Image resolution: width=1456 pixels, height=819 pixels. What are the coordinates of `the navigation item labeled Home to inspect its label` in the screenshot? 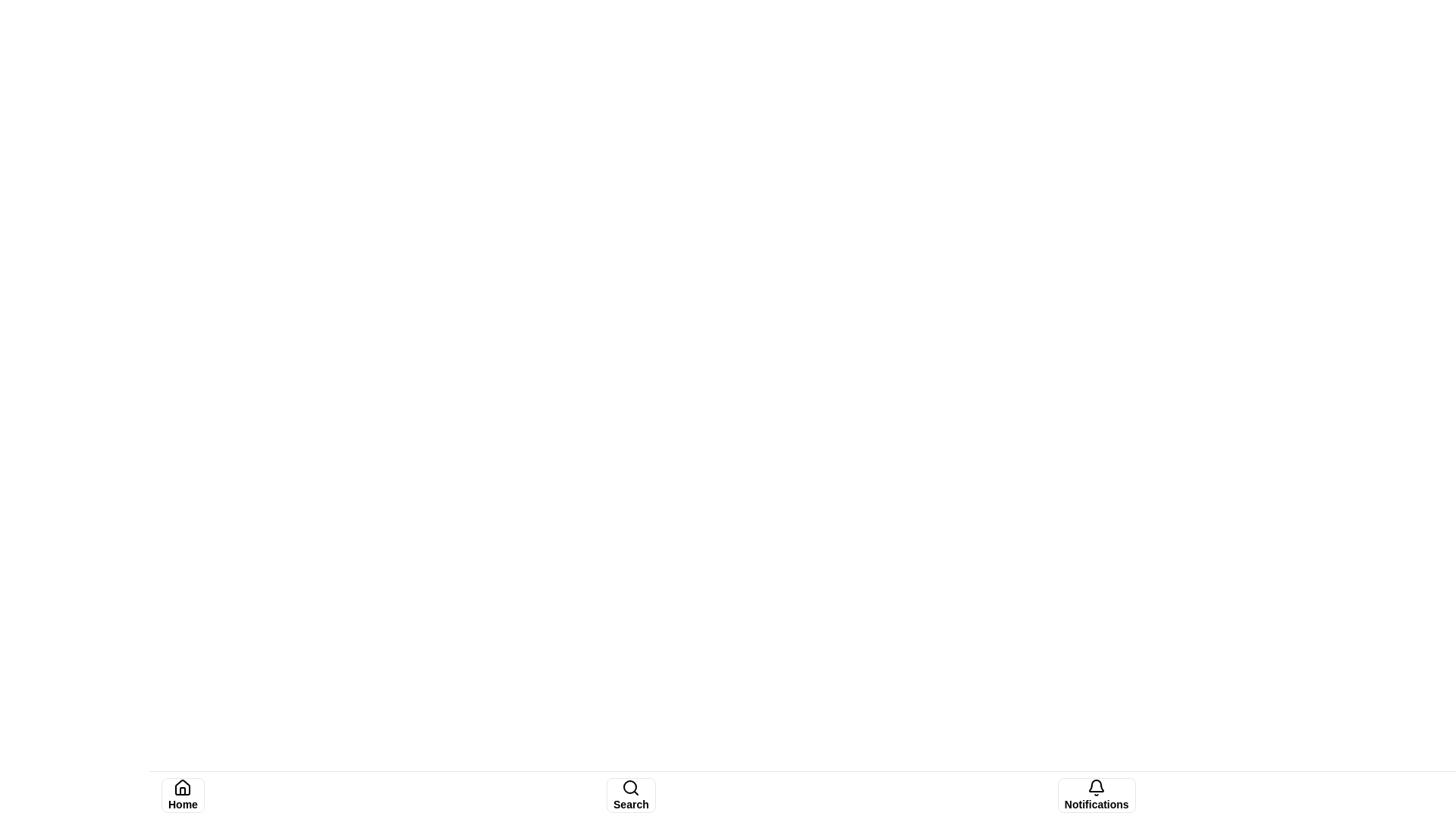 It's located at (182, 795).